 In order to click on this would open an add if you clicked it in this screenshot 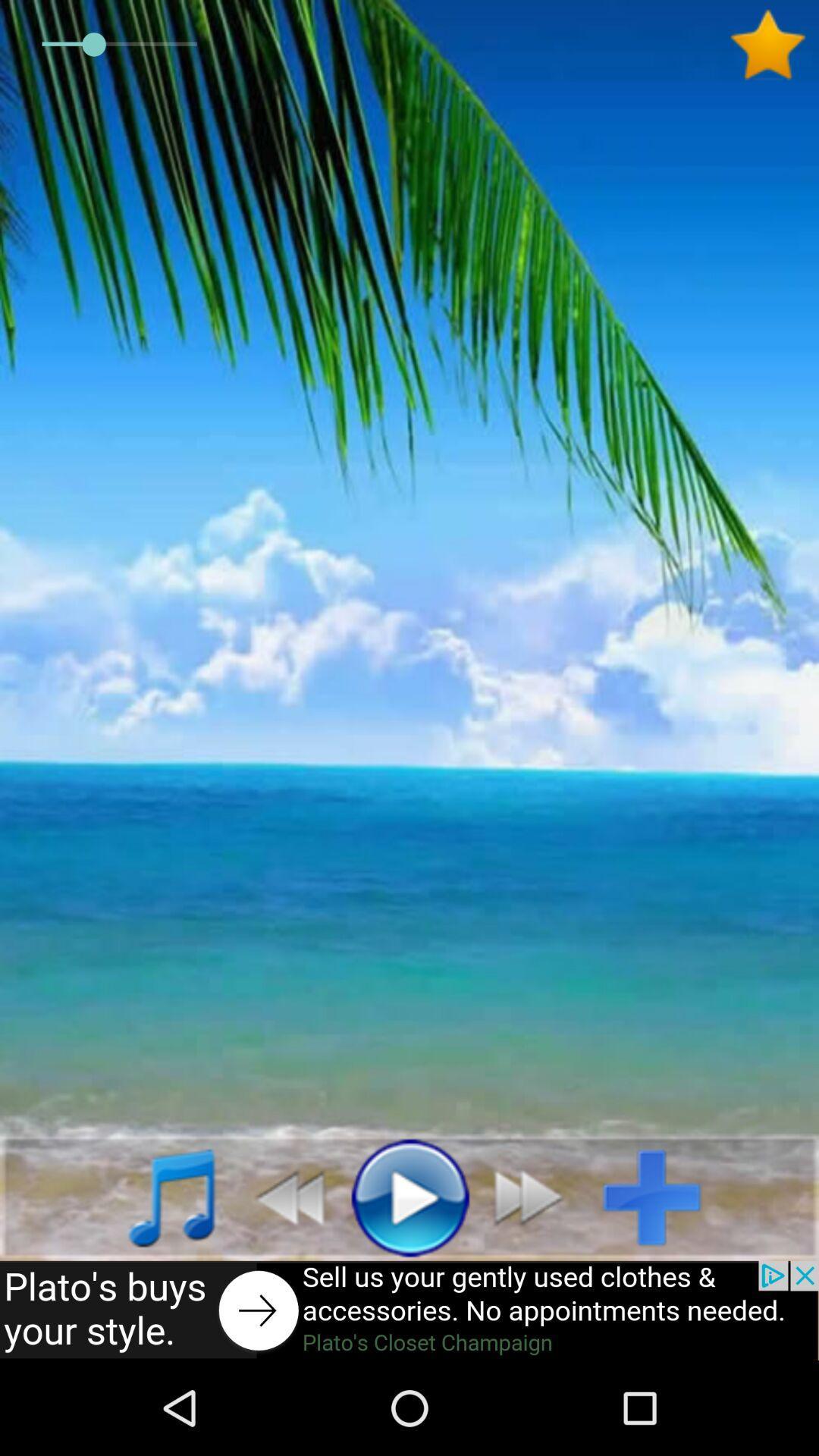, I will do `click(409, 1310)`.